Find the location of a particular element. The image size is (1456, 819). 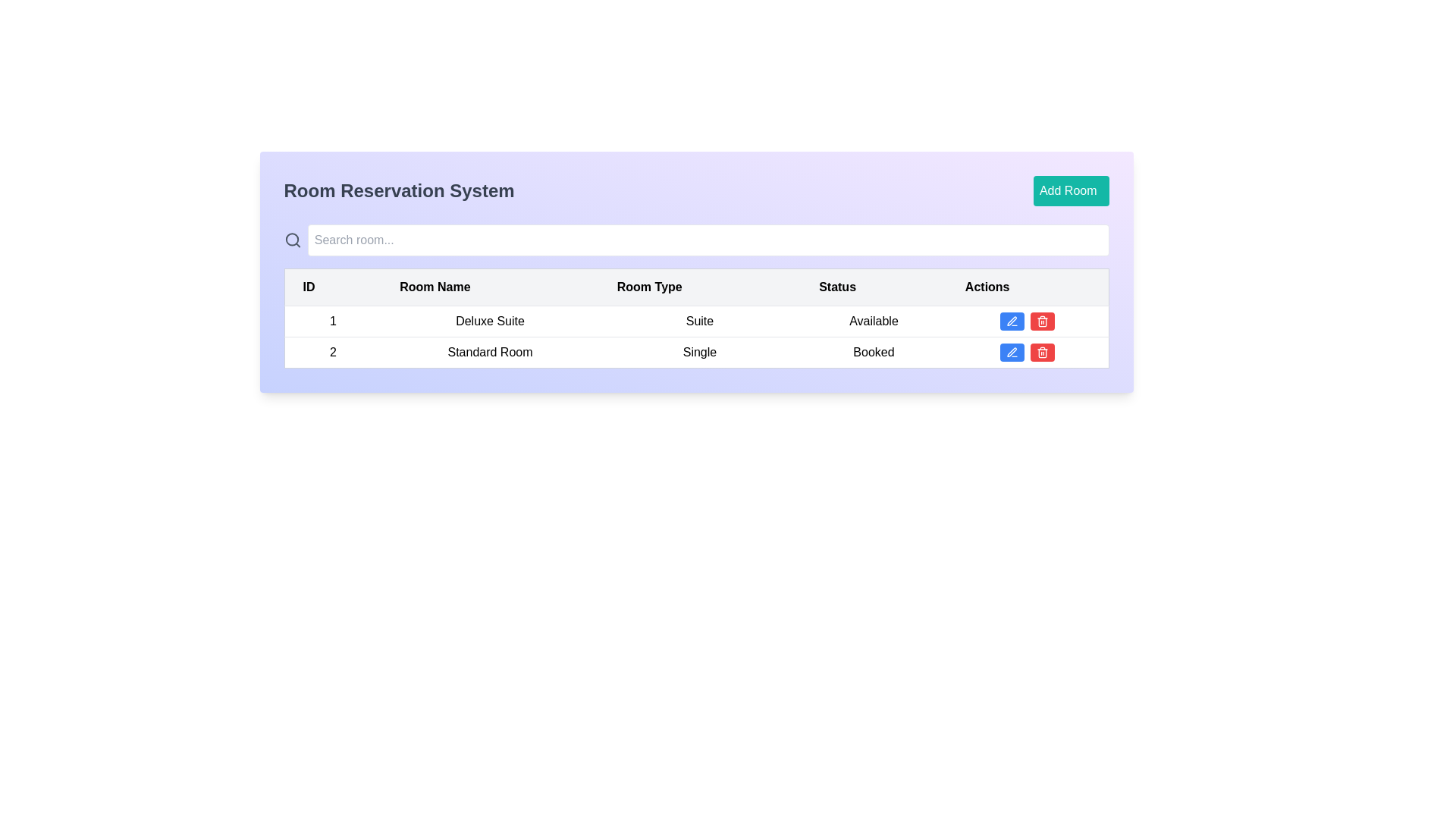

the second row of the table that represents details about a room, including its ID, type, and status to interact with it is located at coordinates (695, 353).